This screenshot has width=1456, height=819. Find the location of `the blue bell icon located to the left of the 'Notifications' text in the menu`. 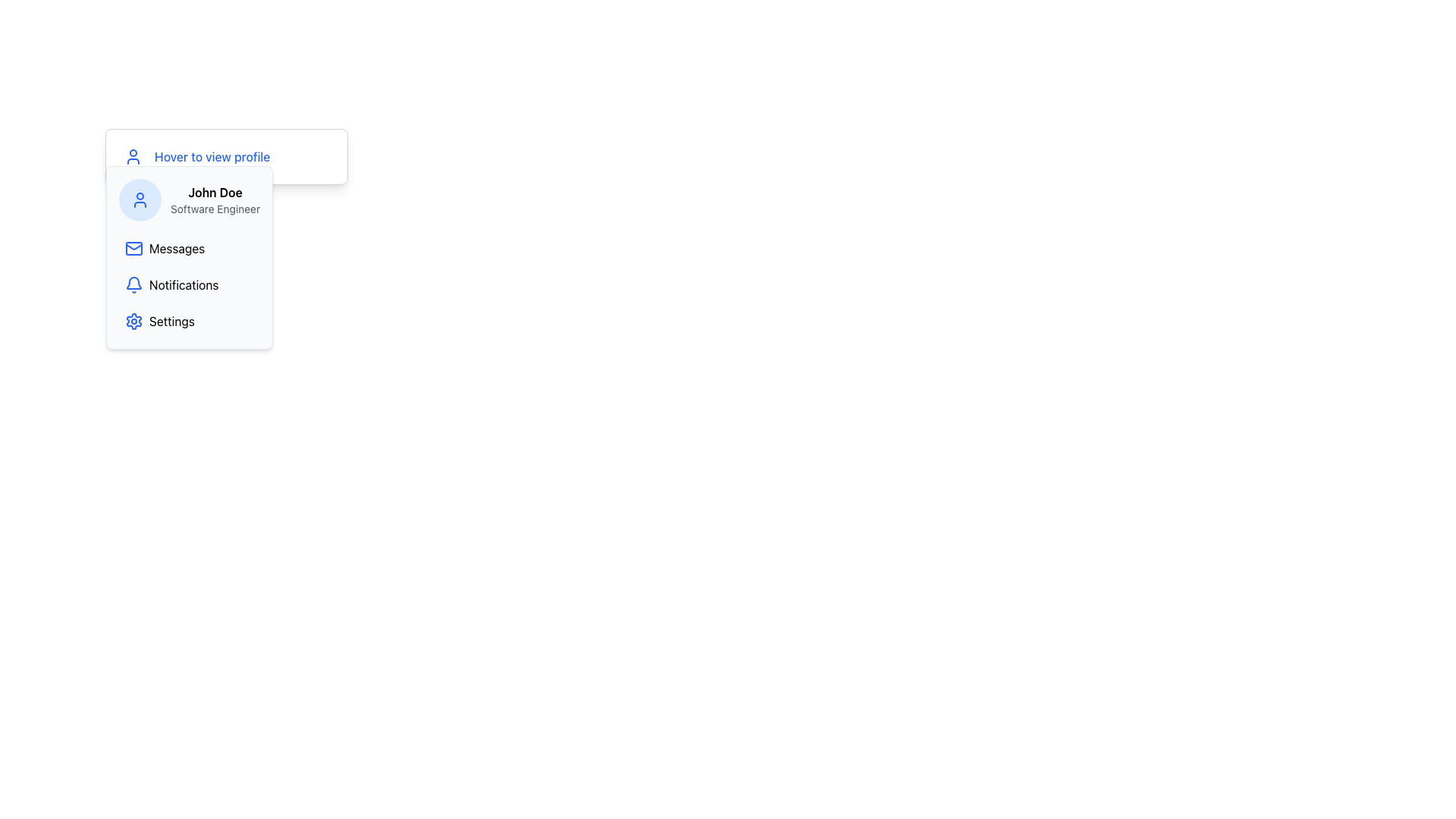

the blue bell icon located to the left of the 'Notifications' text in the menu is located at coordinates (134, 284).